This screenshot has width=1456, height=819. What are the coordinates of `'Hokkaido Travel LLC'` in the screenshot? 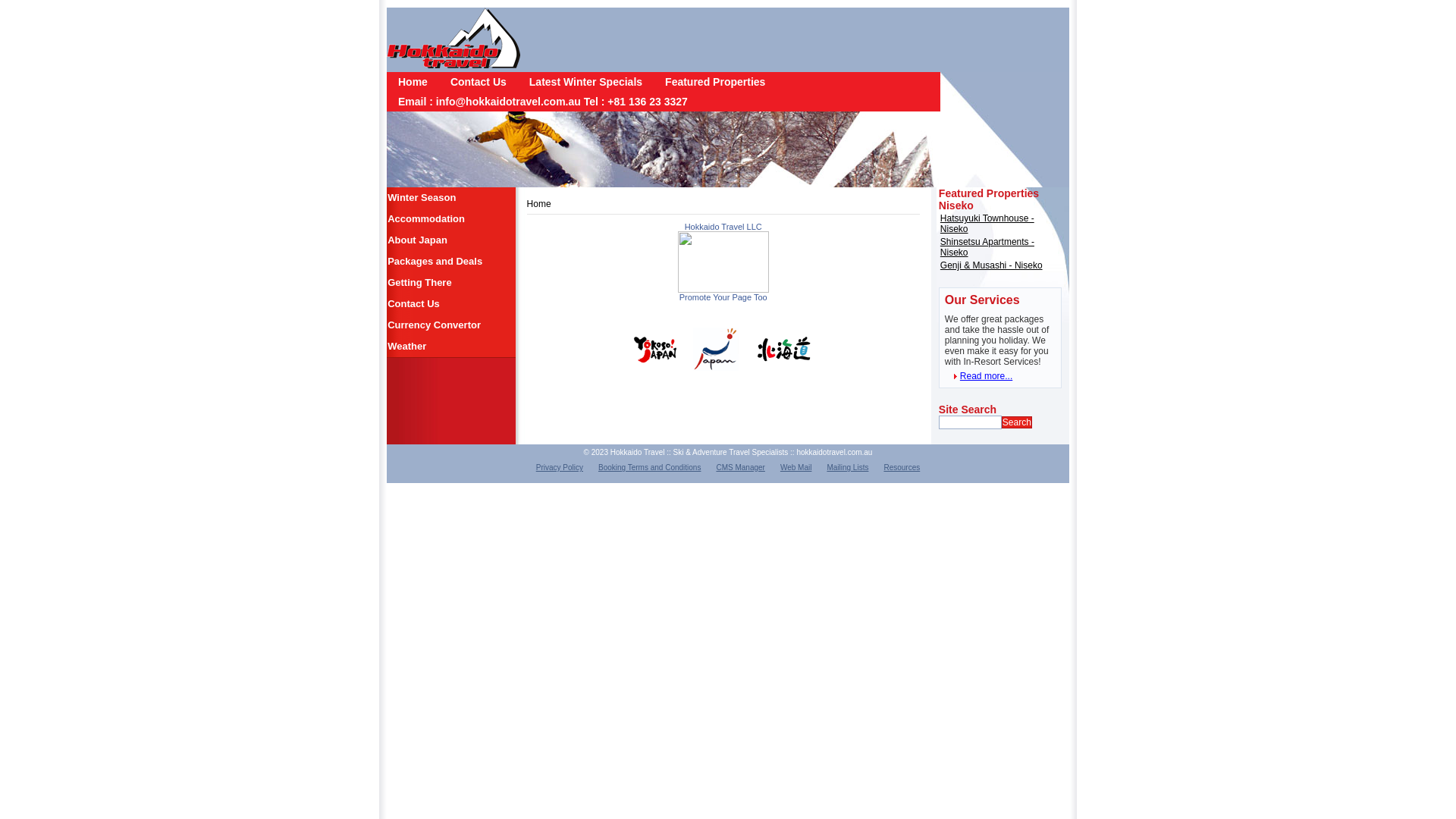 It's located at (723, 227).